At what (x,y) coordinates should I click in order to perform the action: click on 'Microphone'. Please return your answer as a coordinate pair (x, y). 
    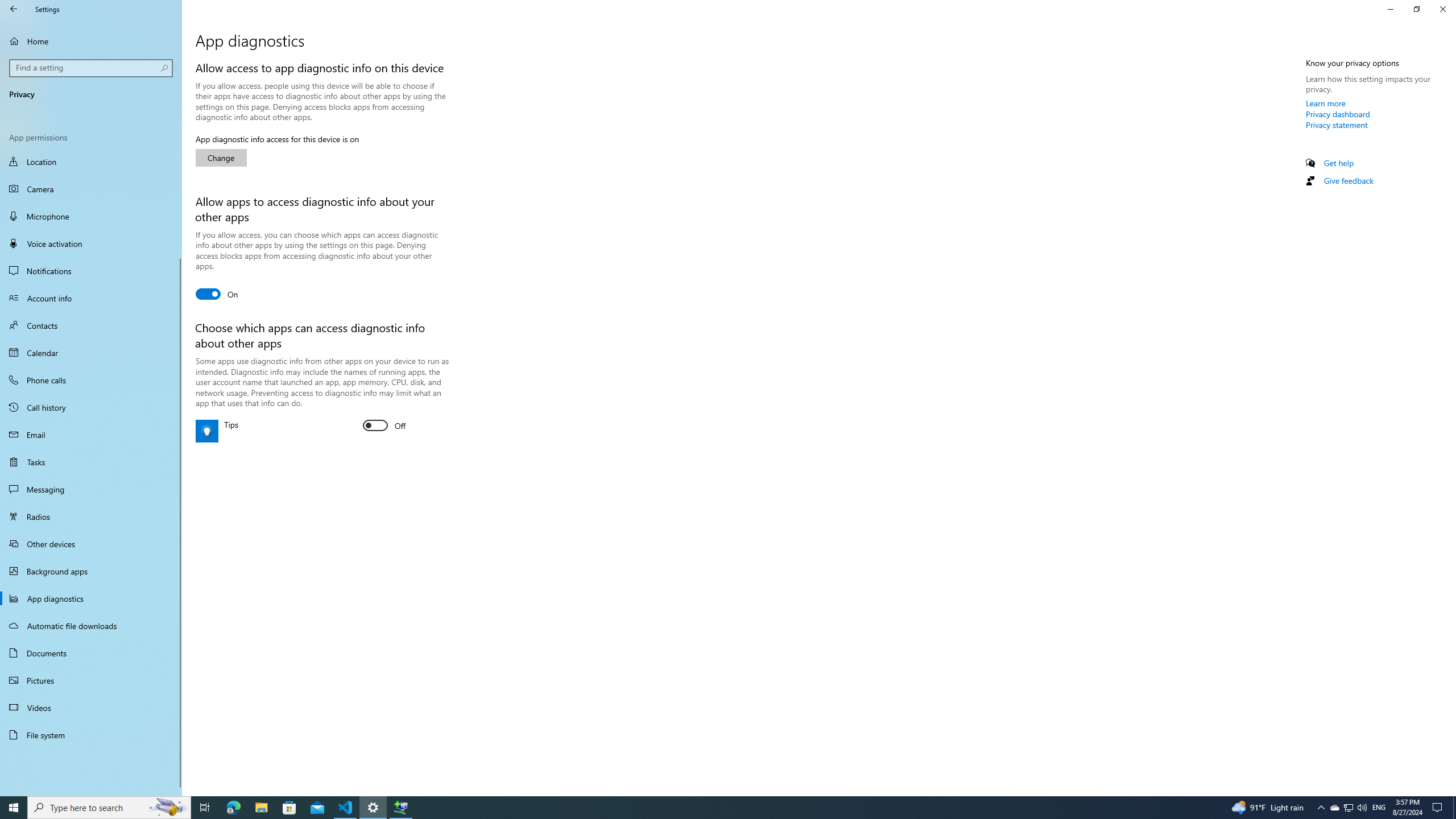
    Looking at the image, I should click on (90, 216).